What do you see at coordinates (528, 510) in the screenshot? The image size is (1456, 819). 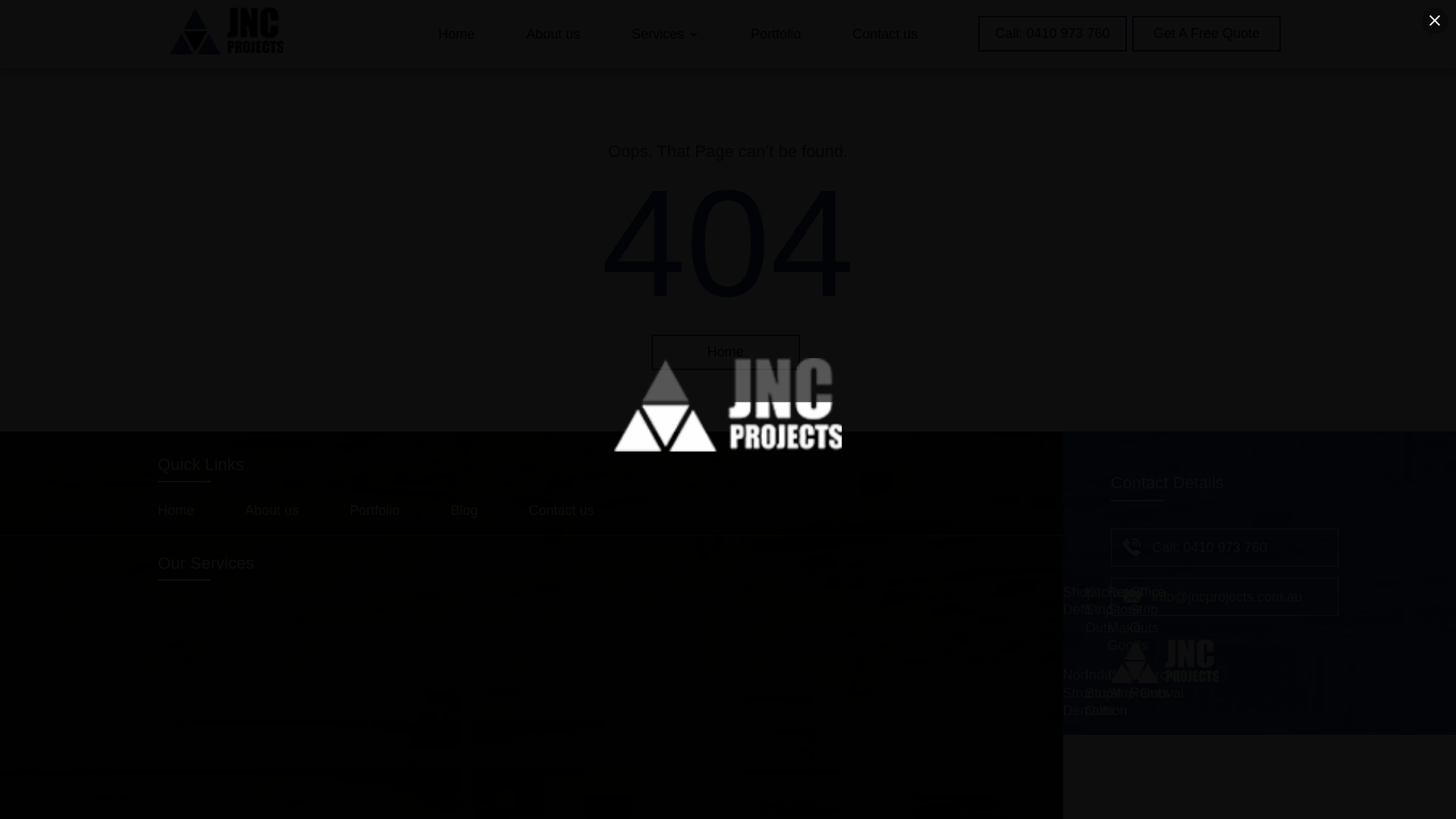 I see `'Contact us'` at bounding box center [528, 510].